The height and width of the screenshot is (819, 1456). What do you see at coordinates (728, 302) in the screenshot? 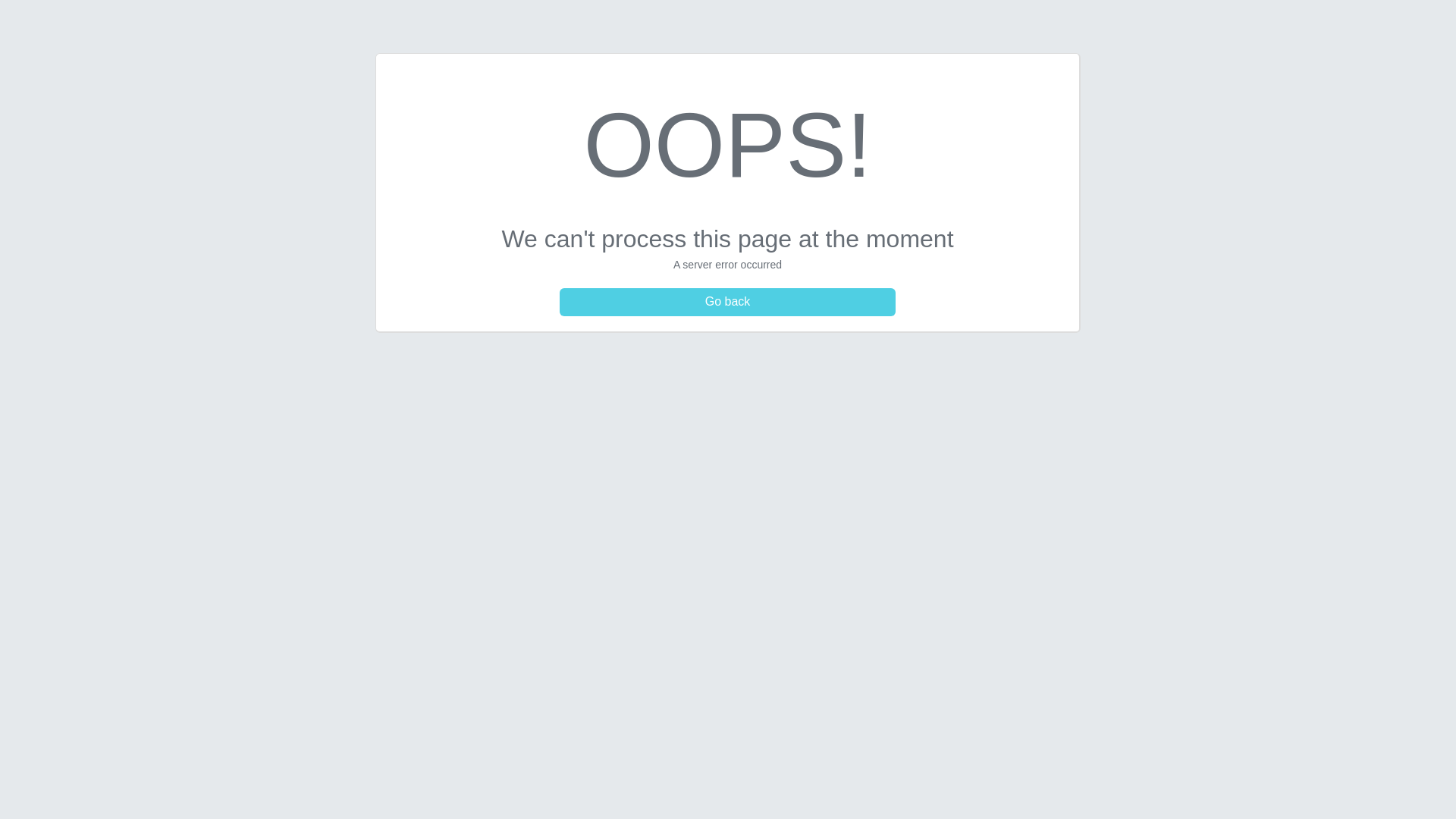
I see `'Go back'` at bounding box center [728, 302].